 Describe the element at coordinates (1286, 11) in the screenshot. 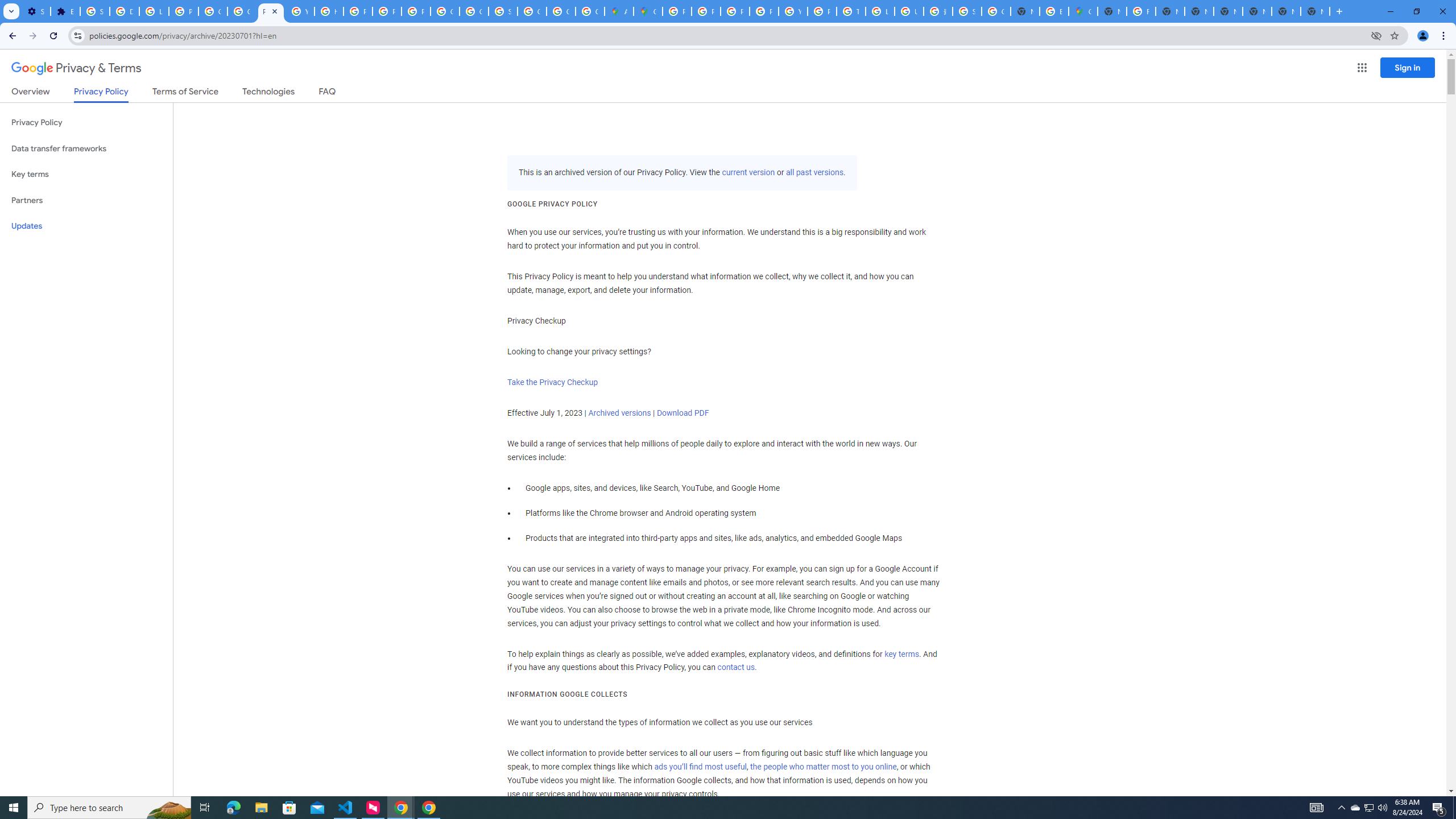

I see `'New Tab'` at that location.